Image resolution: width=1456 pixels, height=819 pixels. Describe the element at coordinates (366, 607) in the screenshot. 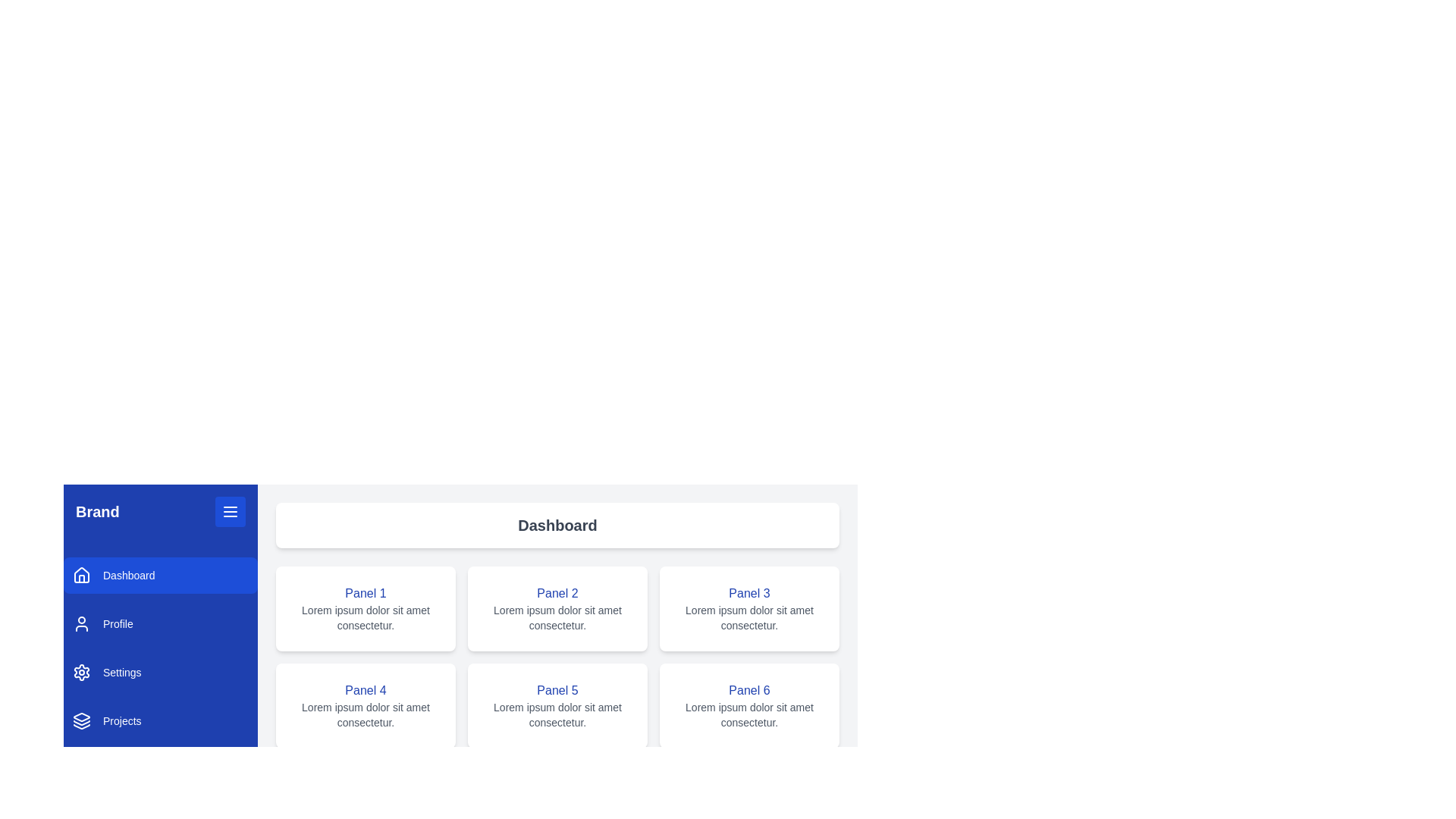

I see `the Informational Card located in the first row and first column of the grid` at that location.